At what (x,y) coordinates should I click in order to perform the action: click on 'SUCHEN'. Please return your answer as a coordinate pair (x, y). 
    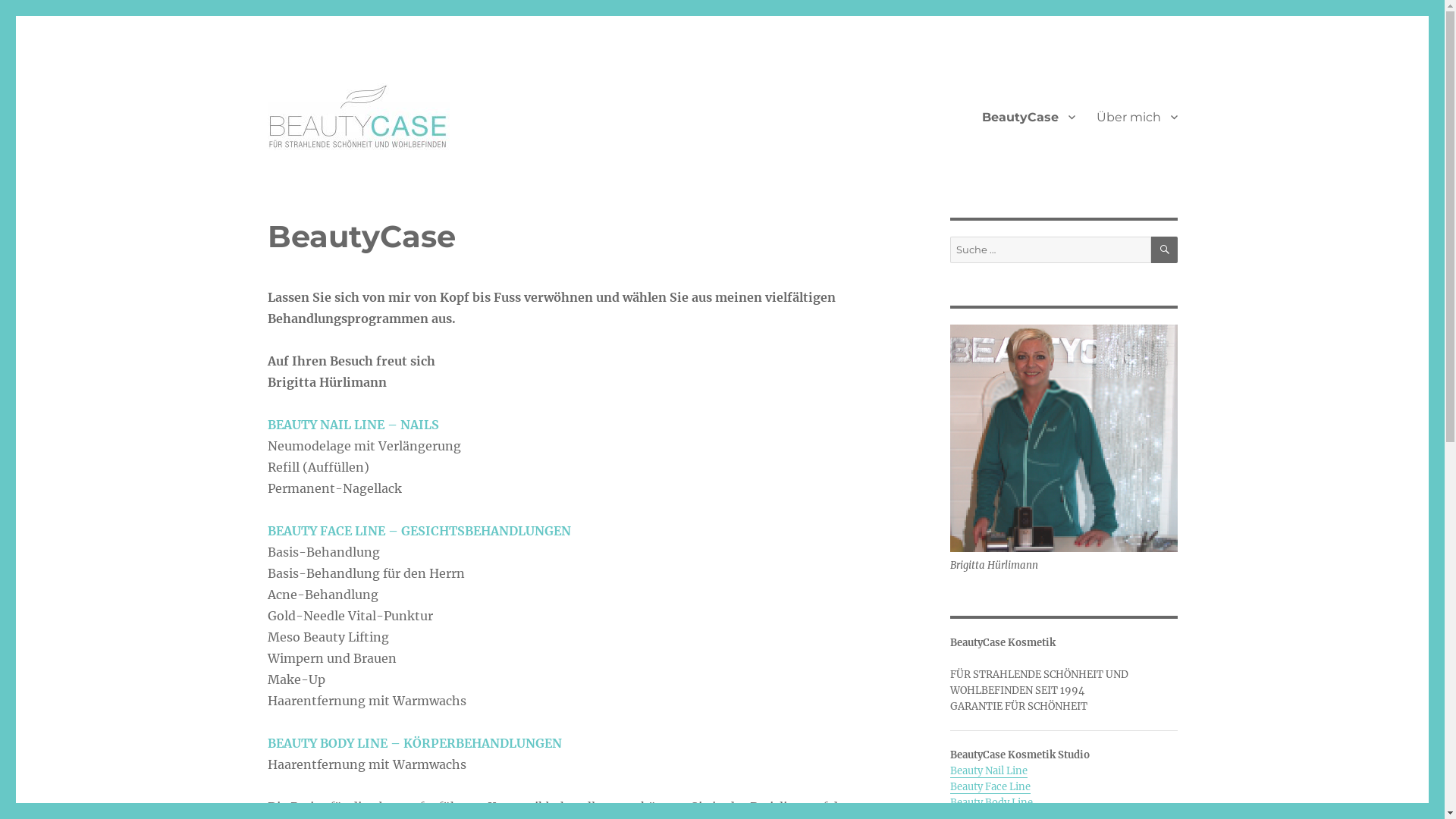
    Looking at the image, I should click on (1163, 249).